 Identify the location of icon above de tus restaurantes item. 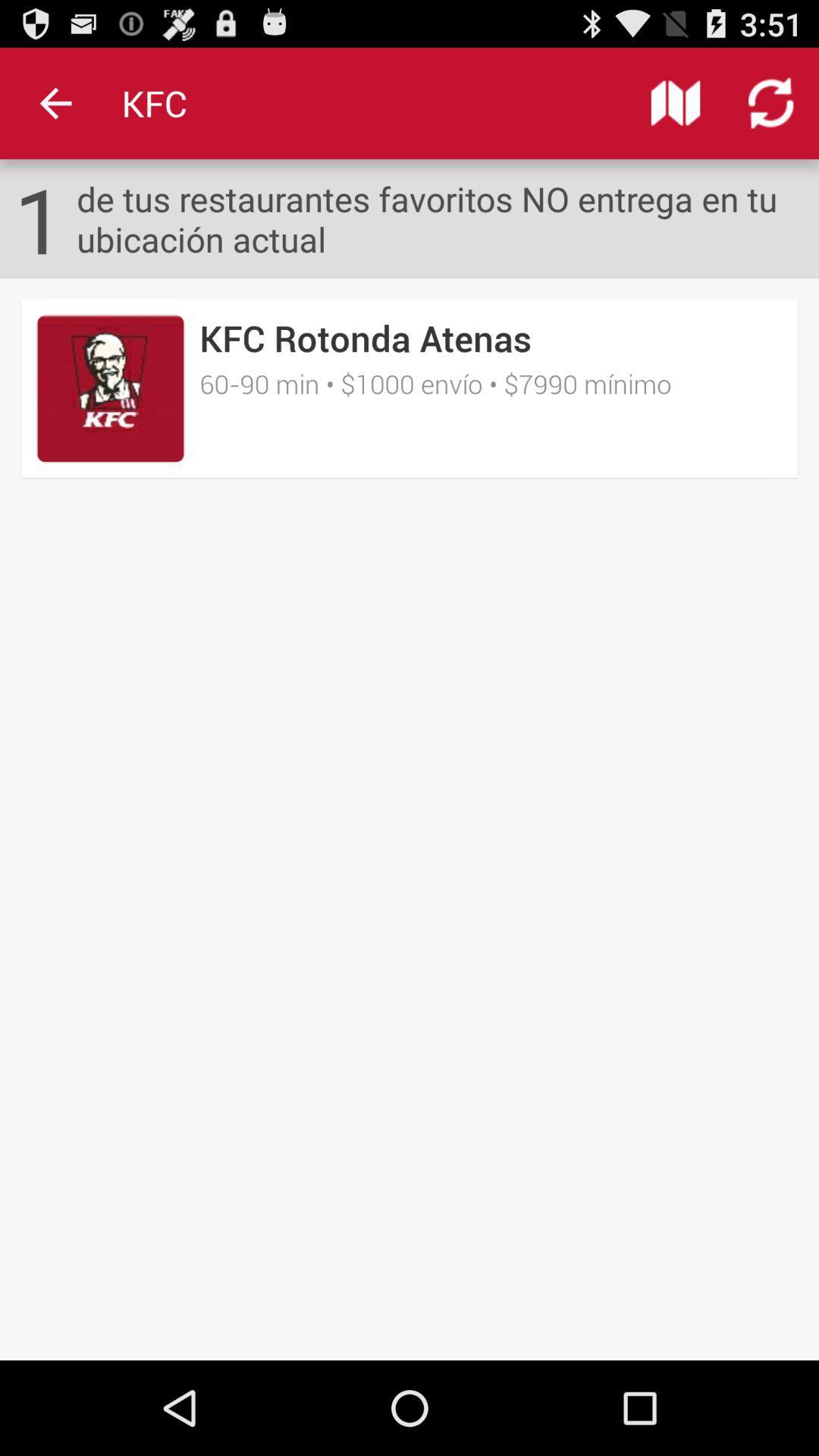
(771, 102).